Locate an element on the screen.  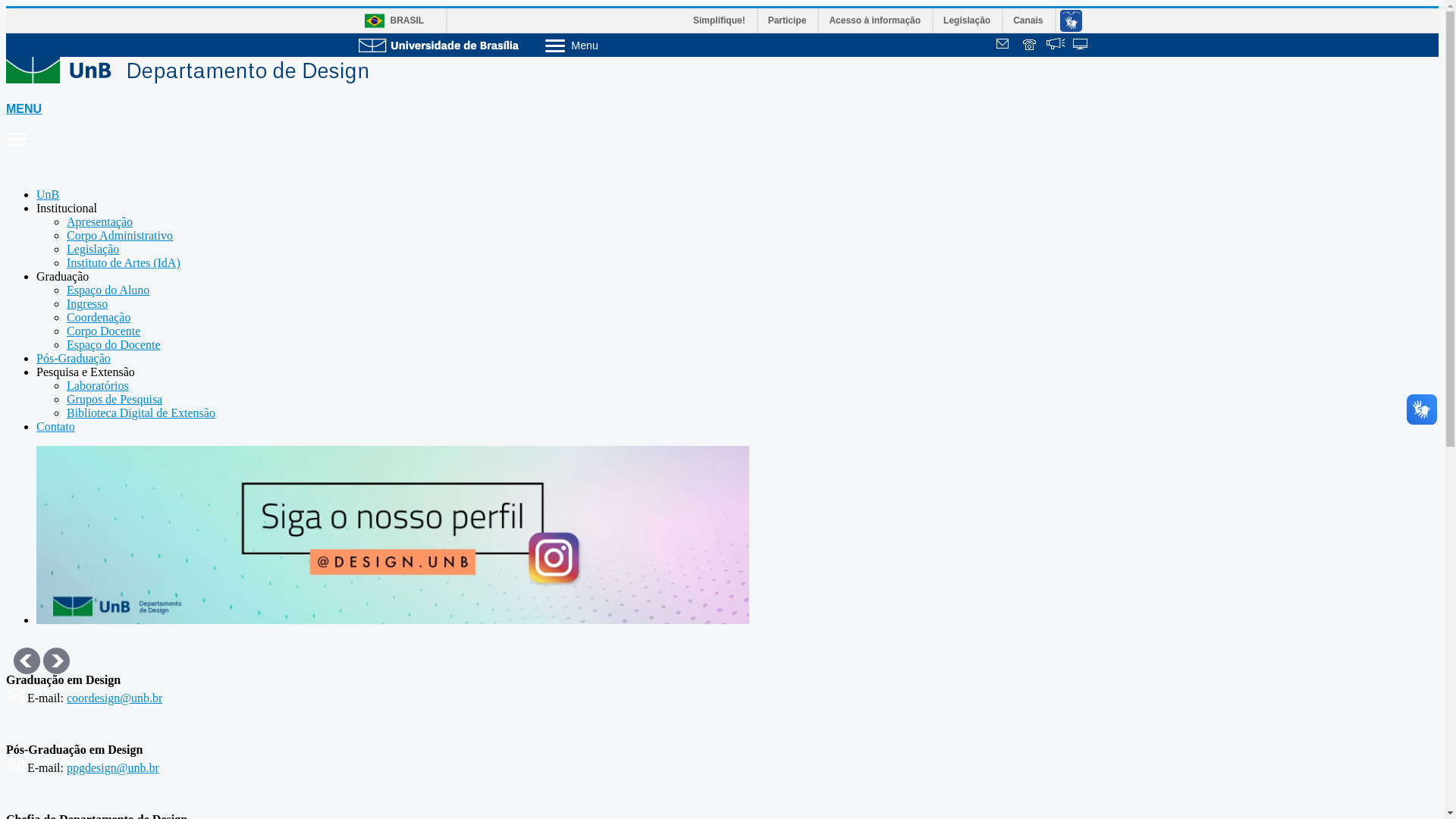
'Ir para o Portal da UnB' is located at coordinates (438, 43).